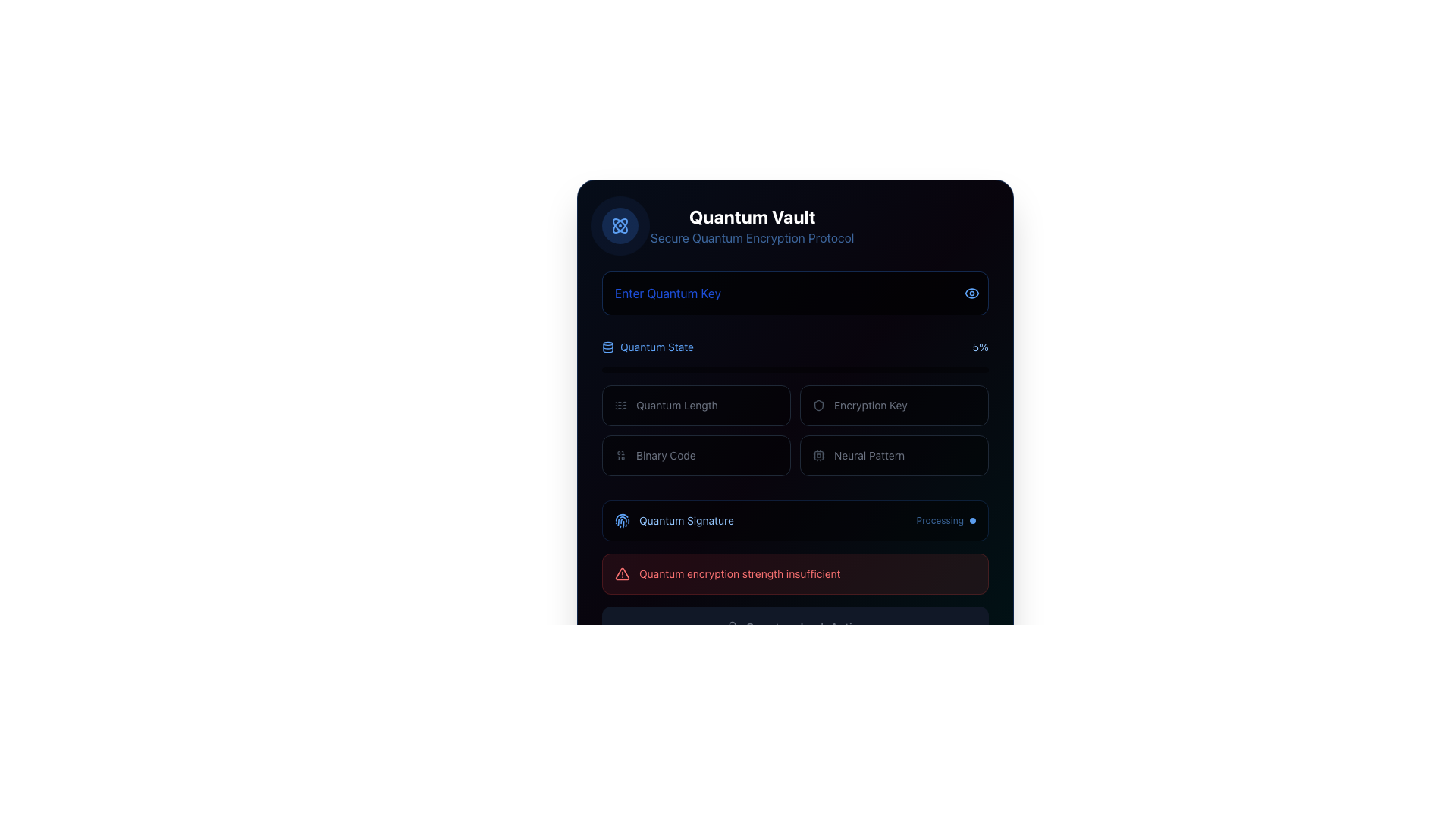  What do you see at coordinates (695, 405) in the screenshot?
I see `the clickable card or button component located in the first row and first column of the grid layout, adjacent to the 'Encryption Key' element` at bounding box center [695, 405].